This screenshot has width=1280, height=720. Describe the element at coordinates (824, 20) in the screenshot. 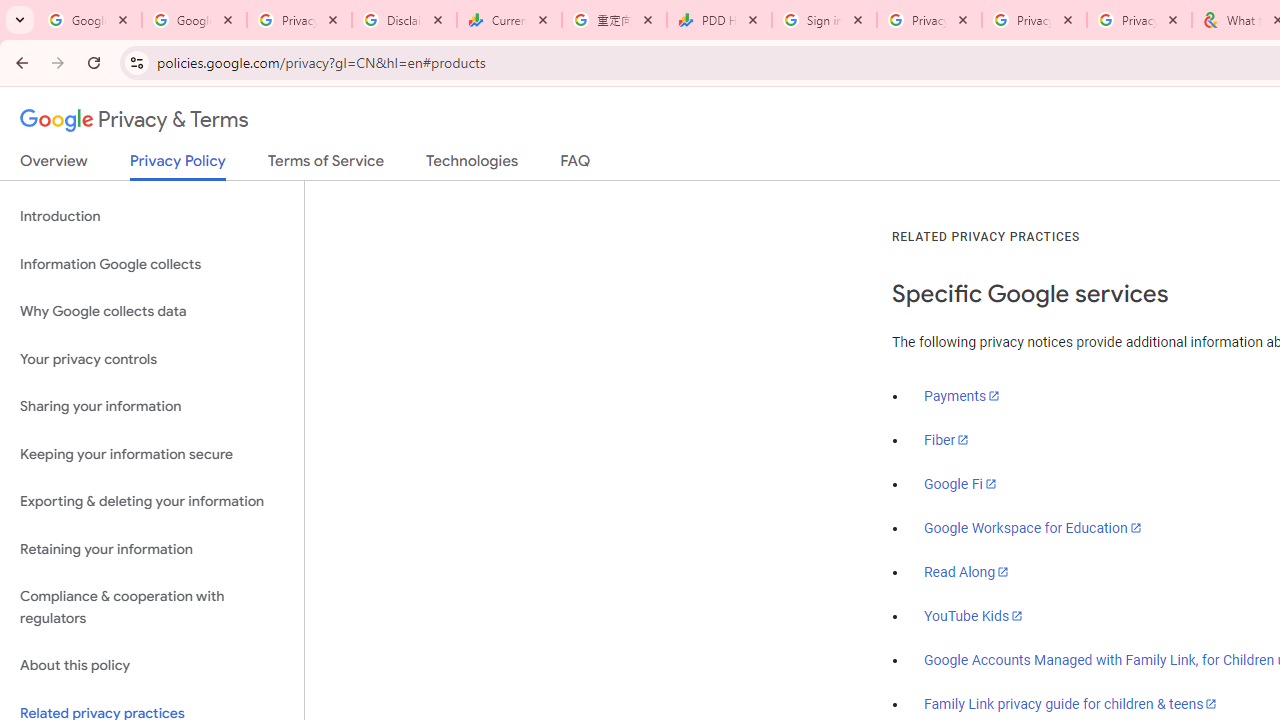

I see `'Sign in - Google Accounts'` at that location.